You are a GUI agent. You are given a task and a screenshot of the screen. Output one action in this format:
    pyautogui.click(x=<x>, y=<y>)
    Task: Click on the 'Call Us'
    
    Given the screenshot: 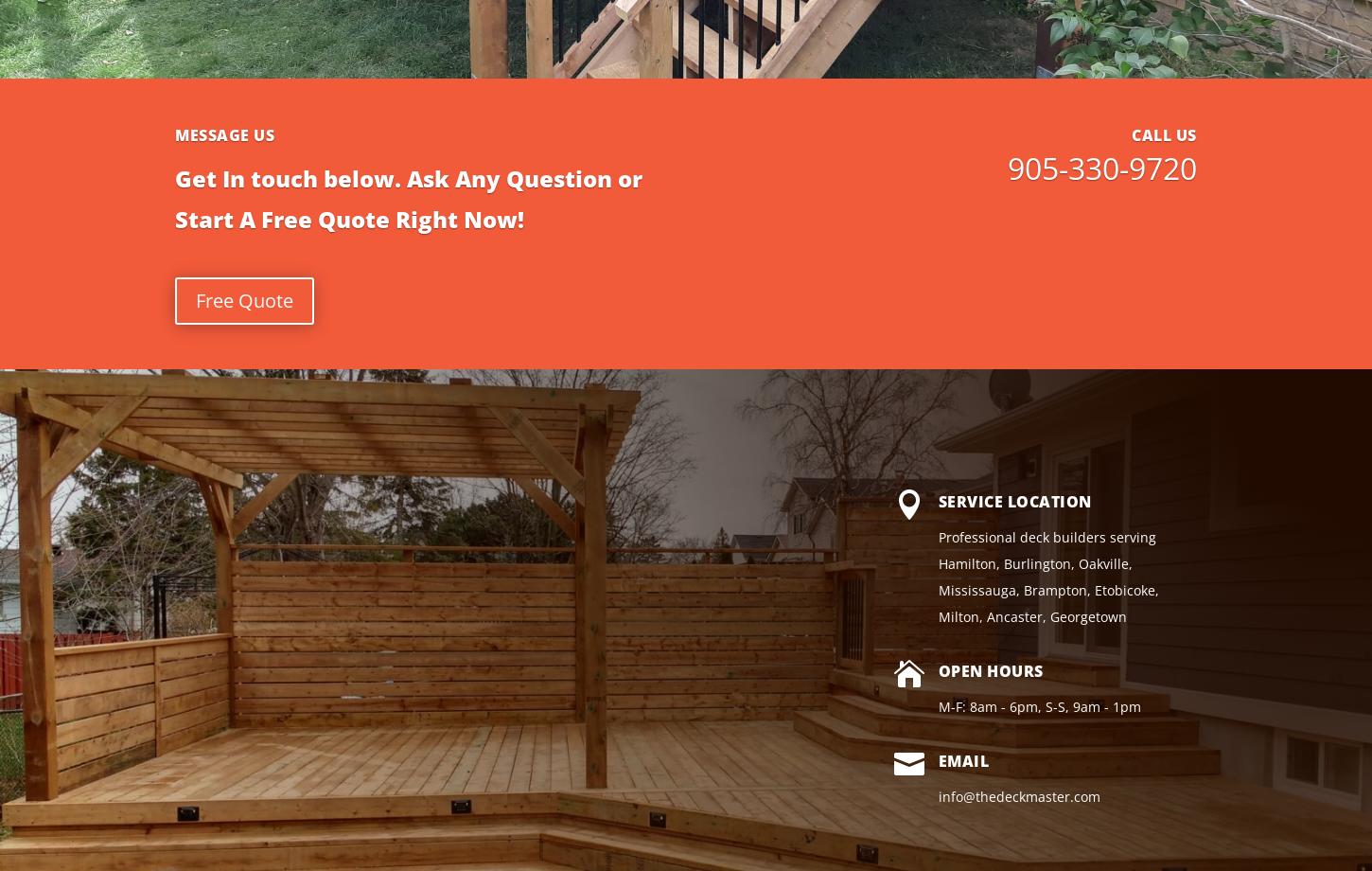 What is the action you would take?
    pyautogui.click(x=1164, y=133)
    